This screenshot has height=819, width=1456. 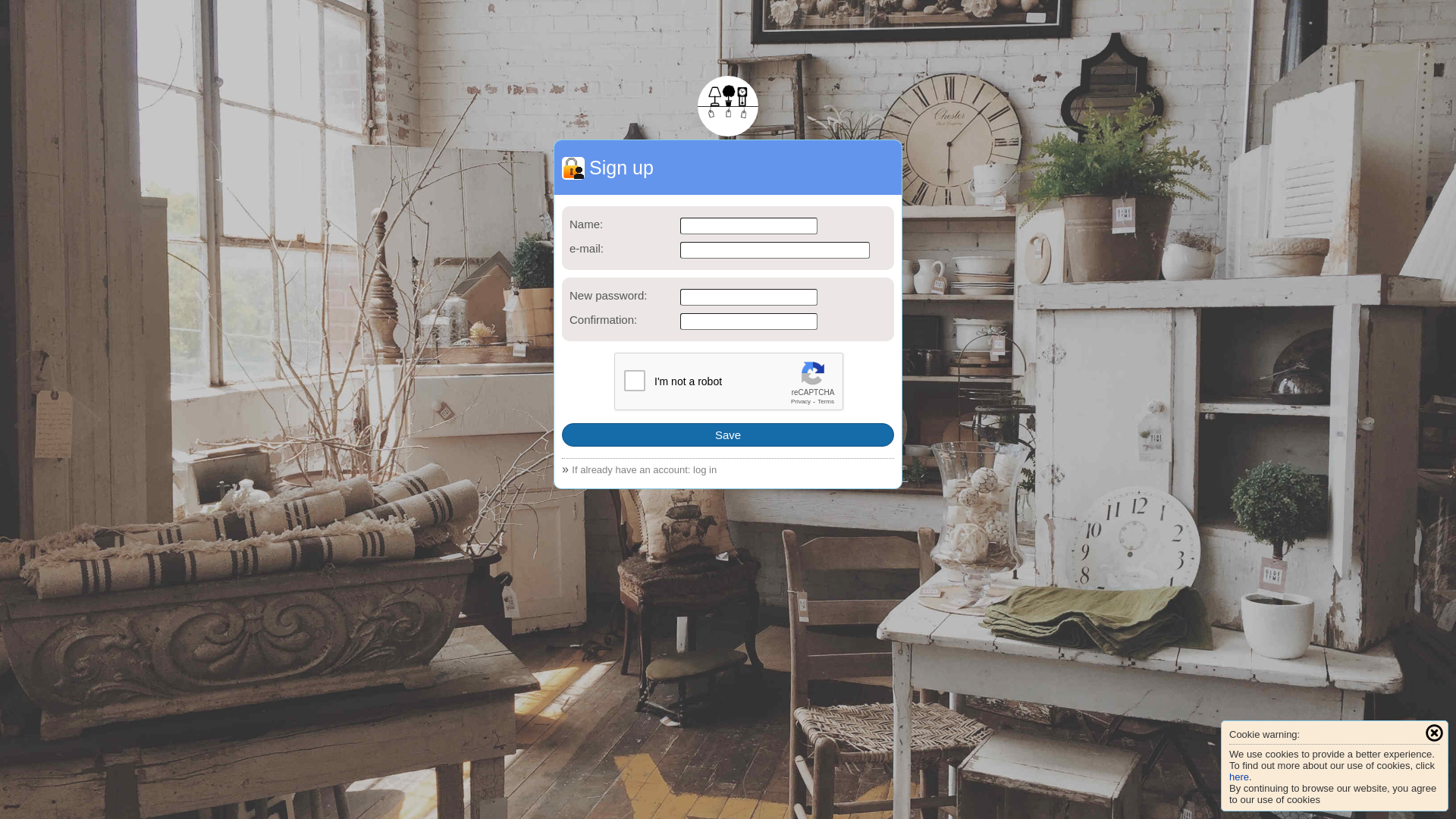 I want to click on 'Go to Web Constructor home page', so click(x=728, y=105).